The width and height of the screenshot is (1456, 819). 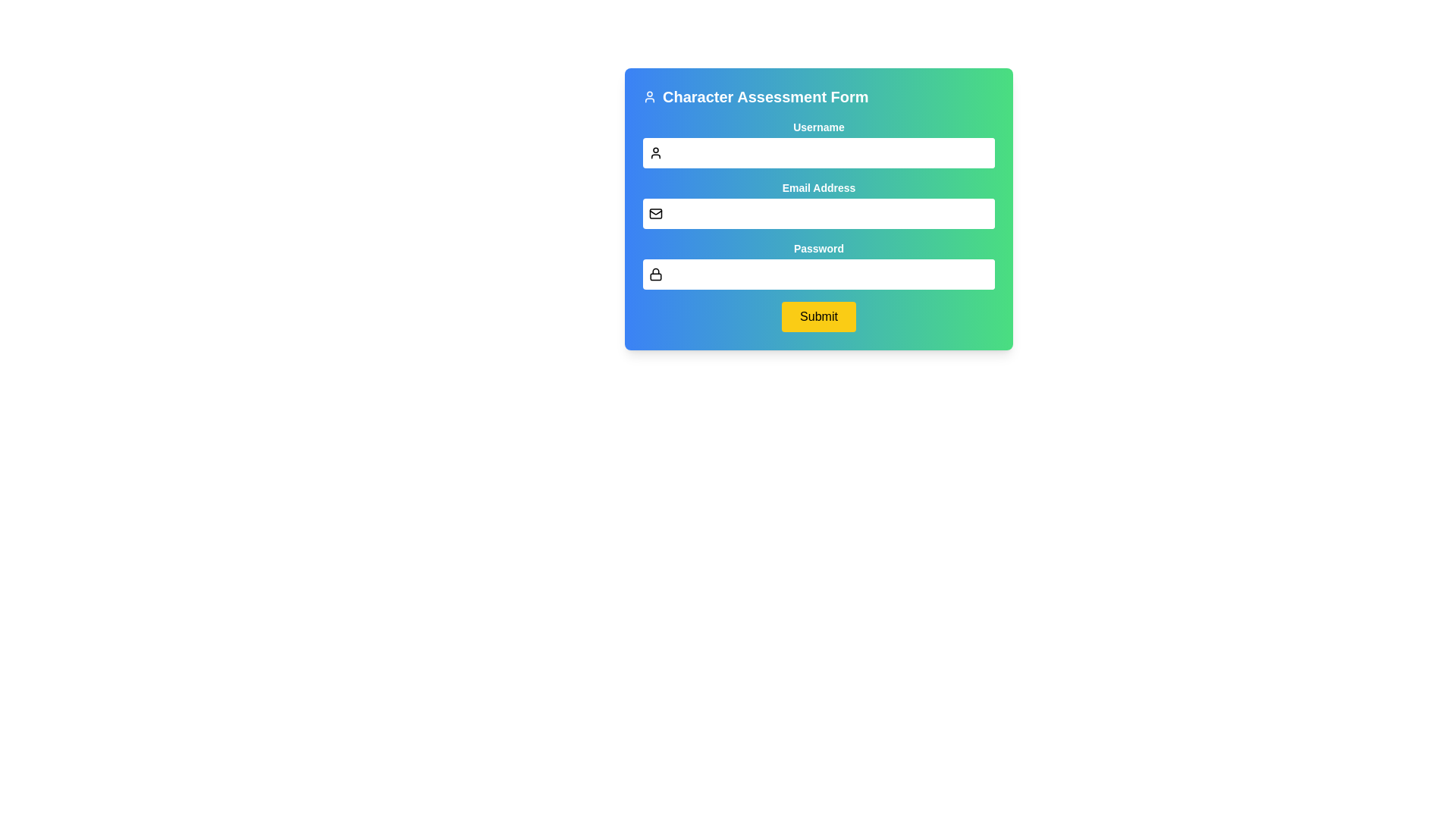 What do you see at coordinates (818, 96) in the screenshot?
I see `the Header with the text 'Character Assessment Form' and user icon, which is located at the top of the form panel and centered horizontally` at bounding box center [818, 96].